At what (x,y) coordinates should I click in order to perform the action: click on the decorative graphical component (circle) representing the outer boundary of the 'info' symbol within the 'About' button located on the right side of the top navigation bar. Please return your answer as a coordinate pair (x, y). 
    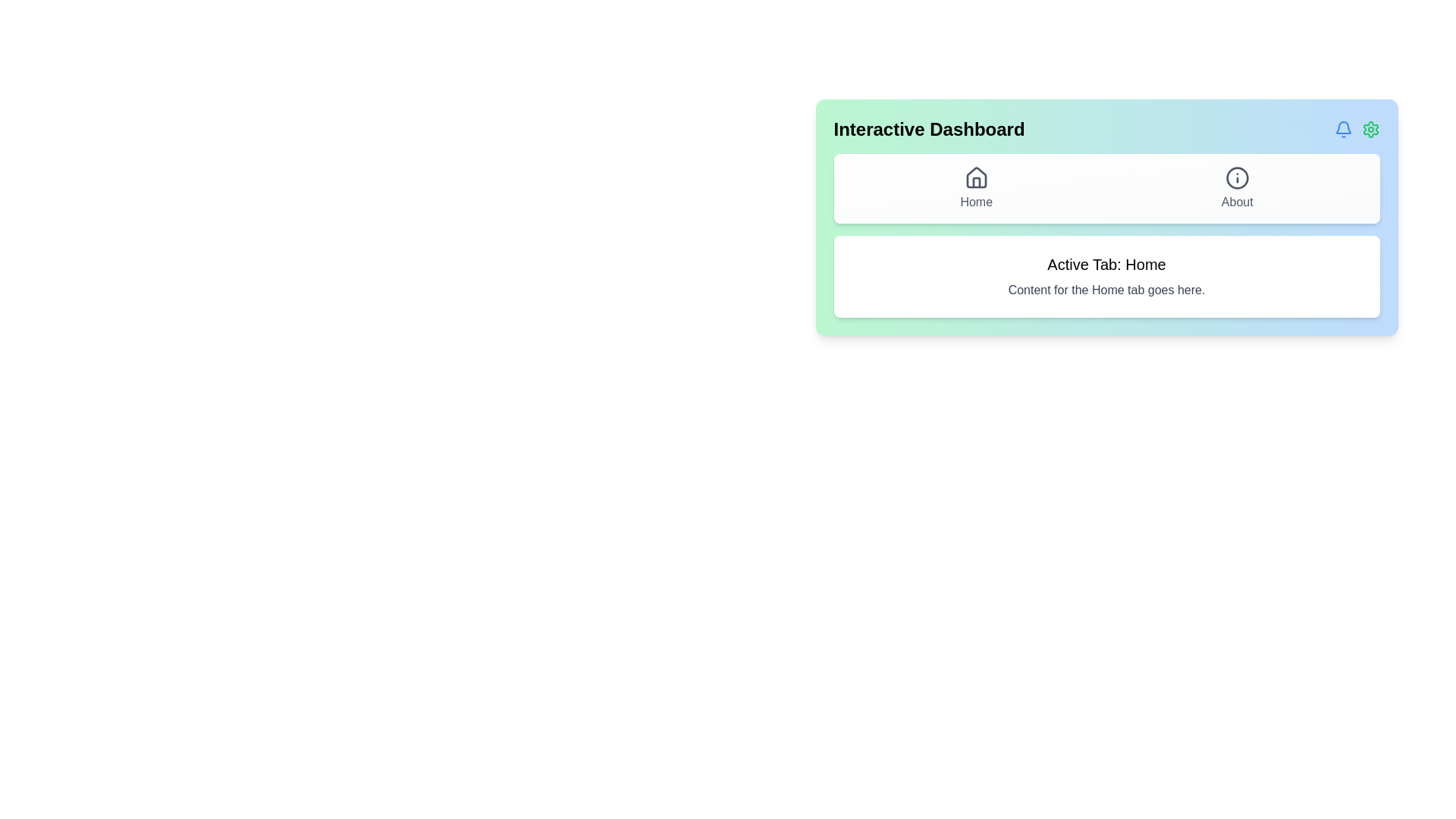
    Looking at the image, I should click on (1237, 177).